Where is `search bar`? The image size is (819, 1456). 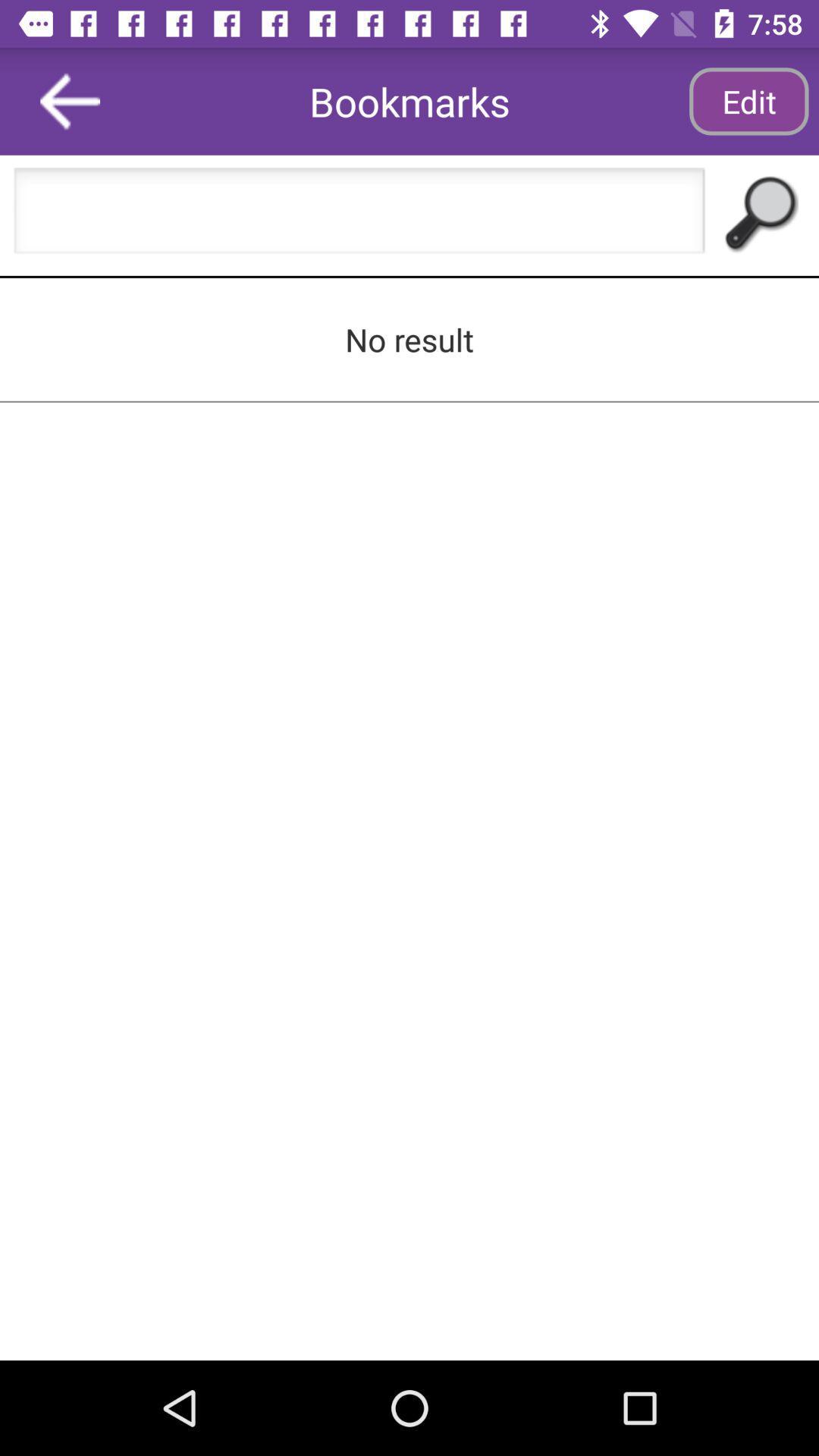
search bar is located at coordinates (359, 215).